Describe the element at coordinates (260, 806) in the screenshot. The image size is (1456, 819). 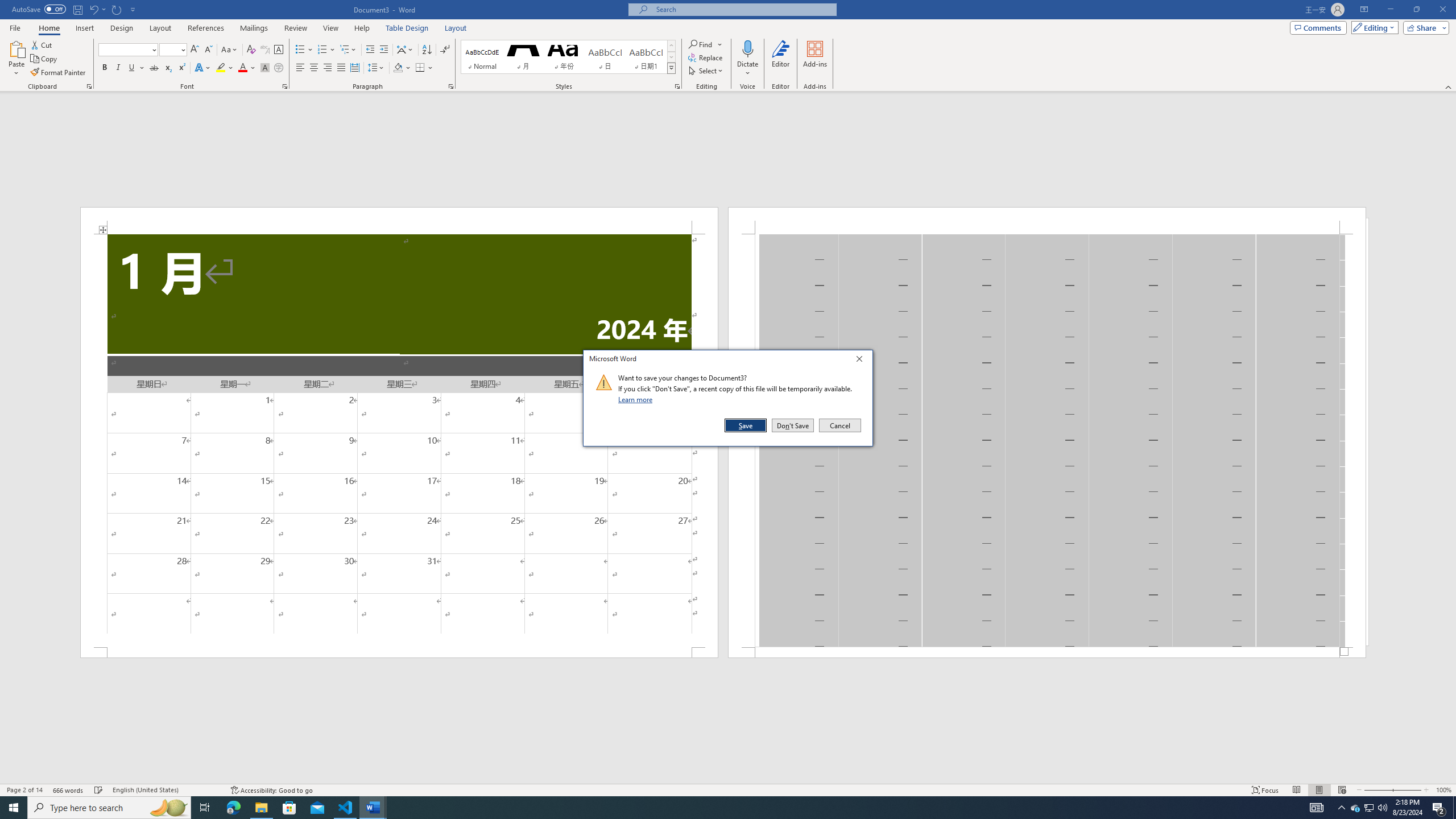
I see `'File Explorer - 1 running window'` at that location.